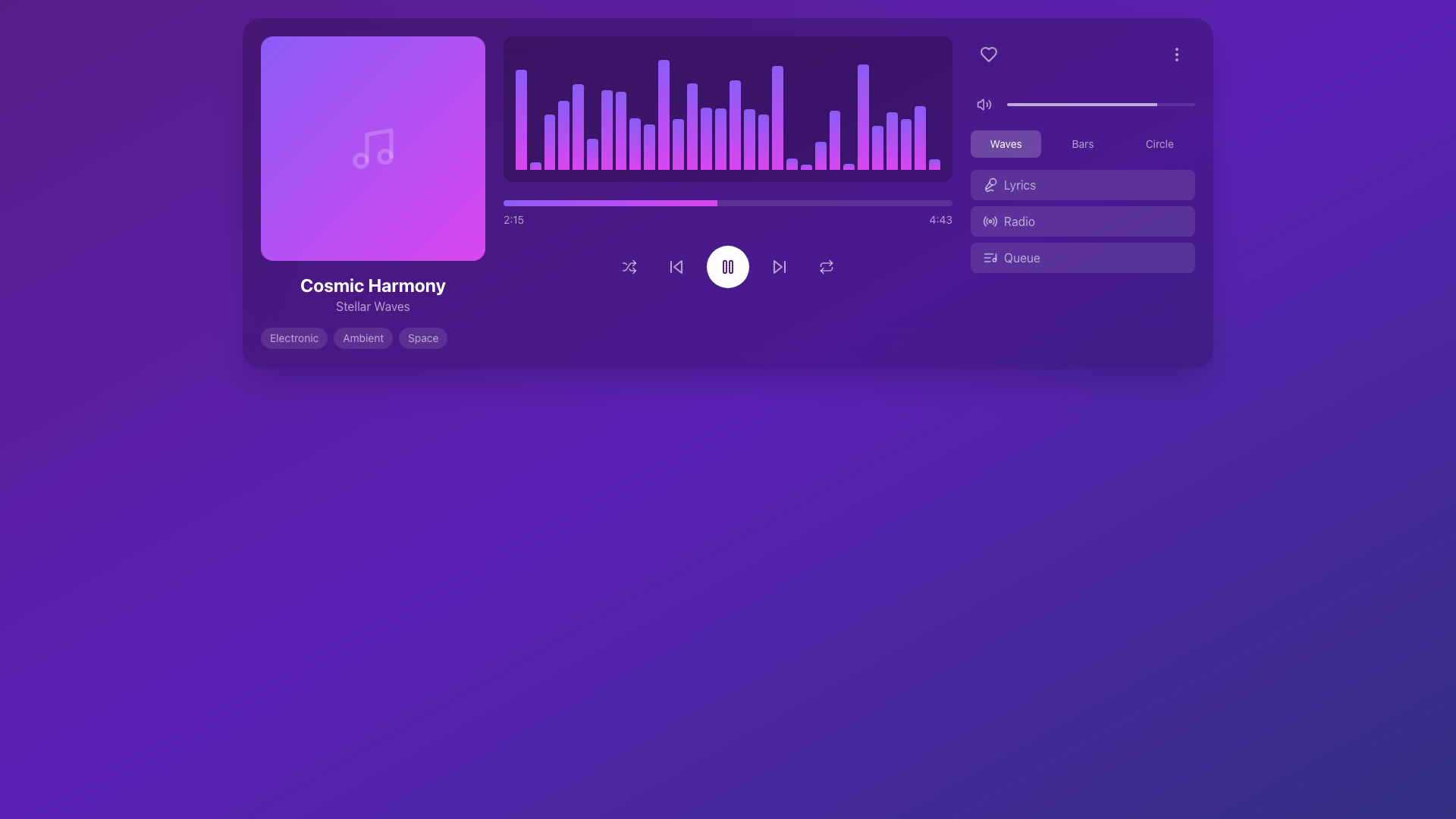 This screenshot has height=819, width=1456. Describe the element at coordinates (820, 155) in the screenshot. I see `the audio bar, which is the 22nd vertical bar in a sequence, displaying a gradient from fuchsia to violet with rounded top corners` at that location.